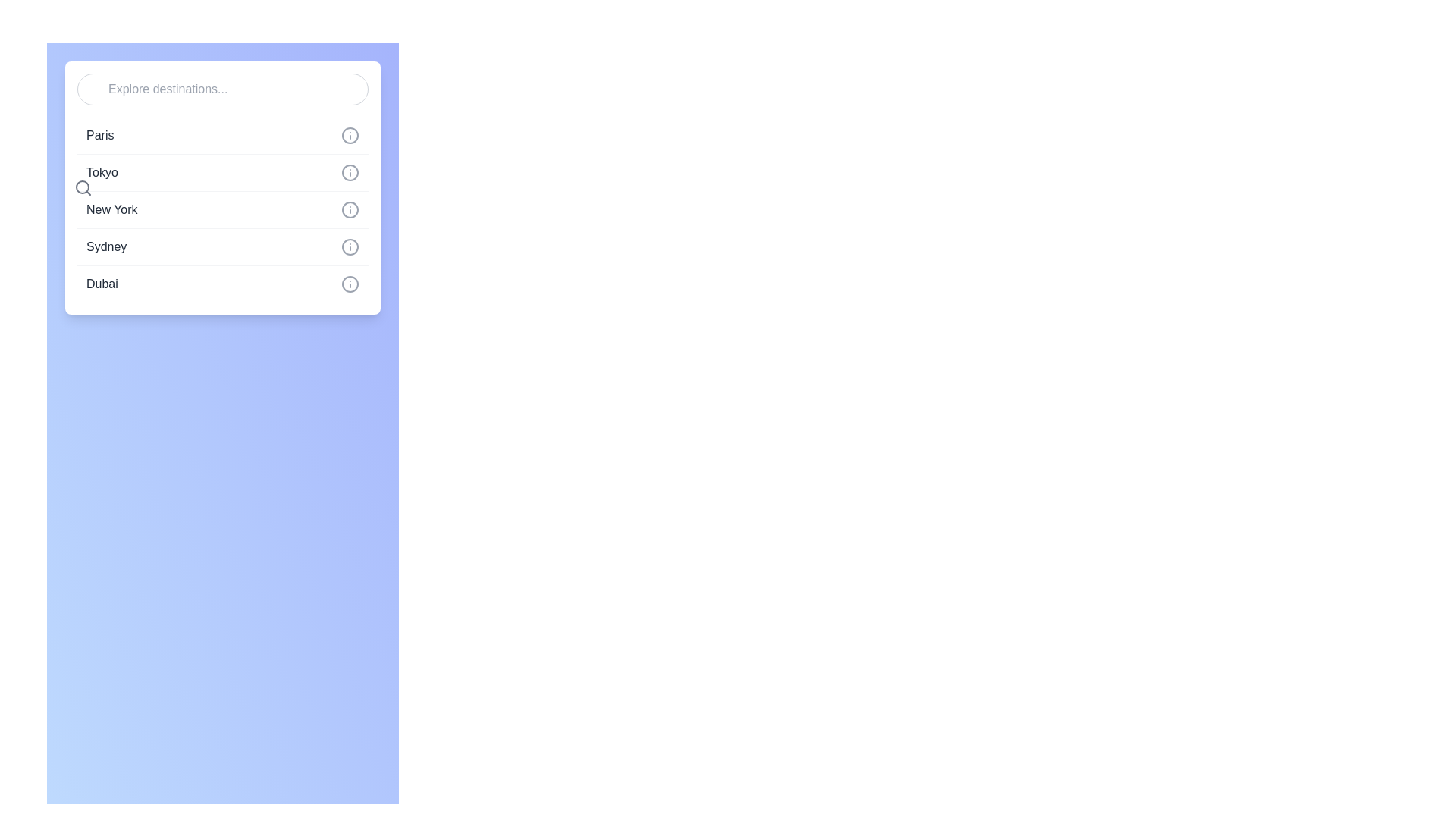 The height and width of the screenshot is (819, 1456). Describe the element at coordinates (105, 246) in the screenshot. I see `the text label representing the city 'Sydney', which is the fourth entry in the destination options list` at that location.